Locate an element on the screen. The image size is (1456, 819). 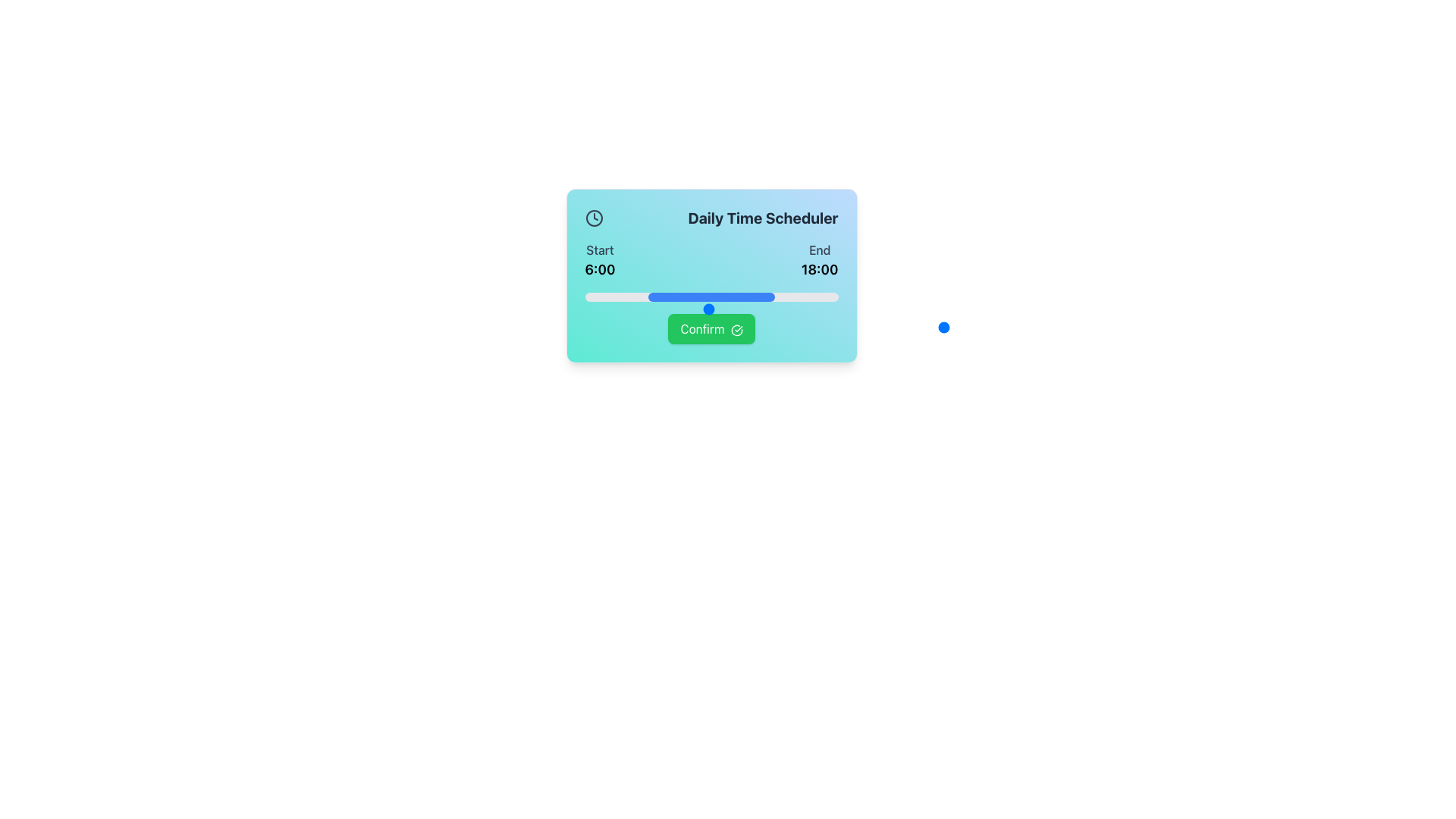
the static text label indicating the time '6:00', which is positioned below the 'Start' label in the time scheduler interface is located at coordinates (599, 268).